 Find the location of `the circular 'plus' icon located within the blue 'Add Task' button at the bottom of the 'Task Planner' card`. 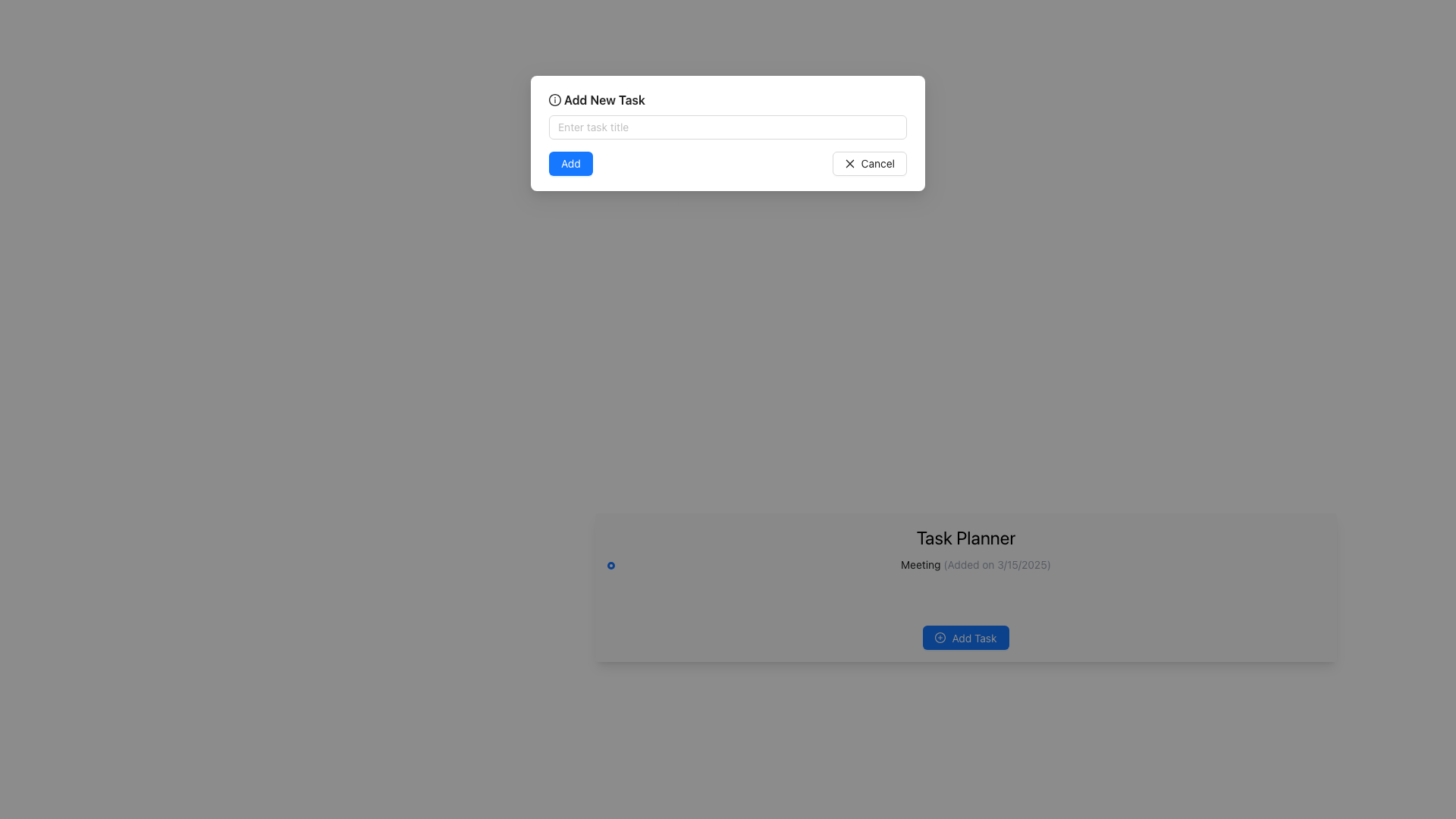

the circular 'plus' icon located within the blue 'Add Task' button at the bottom of the 'Task Planner' card is located at coordinates (940, 638).